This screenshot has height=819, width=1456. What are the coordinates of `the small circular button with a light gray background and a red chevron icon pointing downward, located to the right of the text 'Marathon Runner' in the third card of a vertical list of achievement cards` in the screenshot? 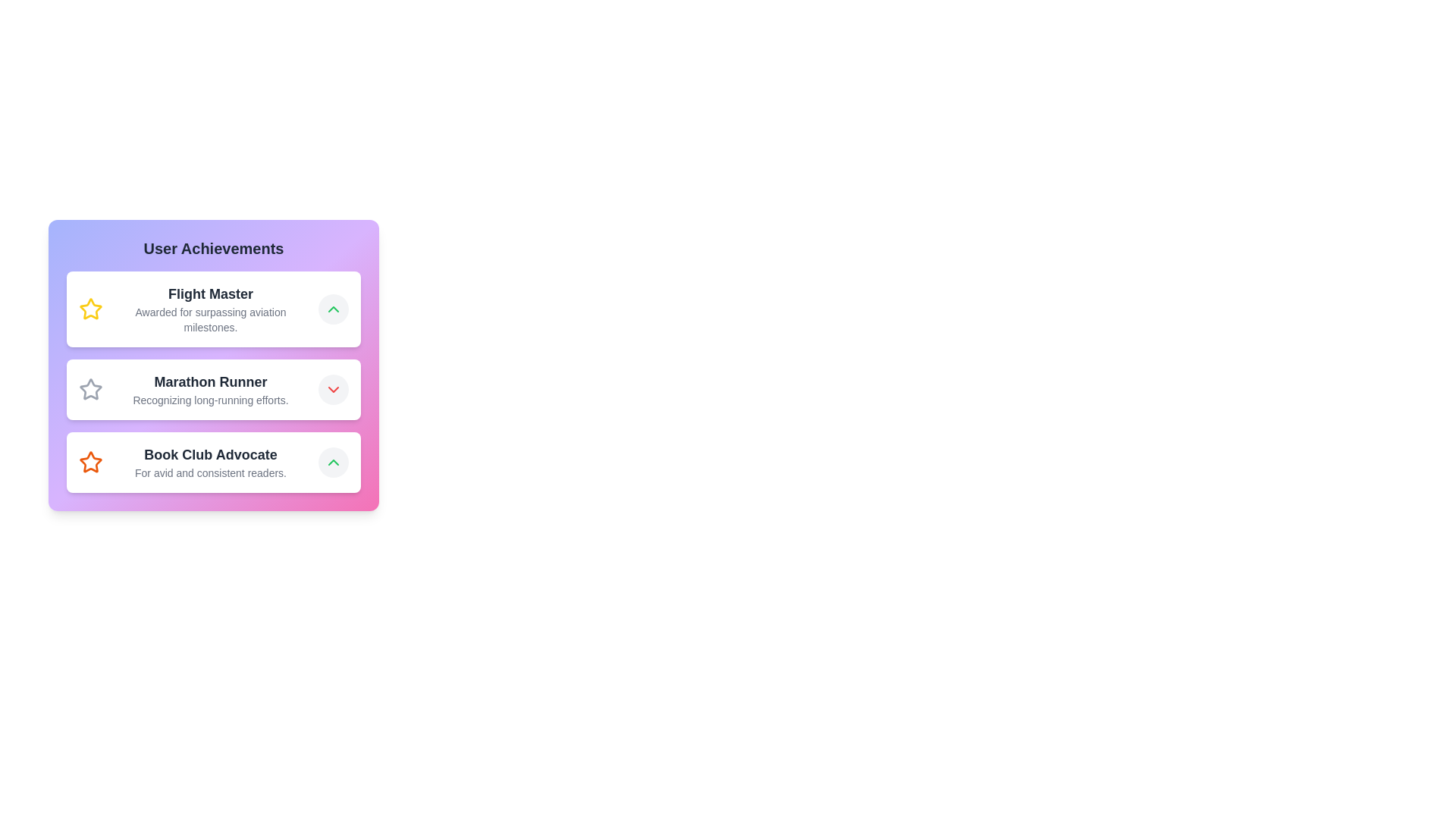 It's located at (333, 388).